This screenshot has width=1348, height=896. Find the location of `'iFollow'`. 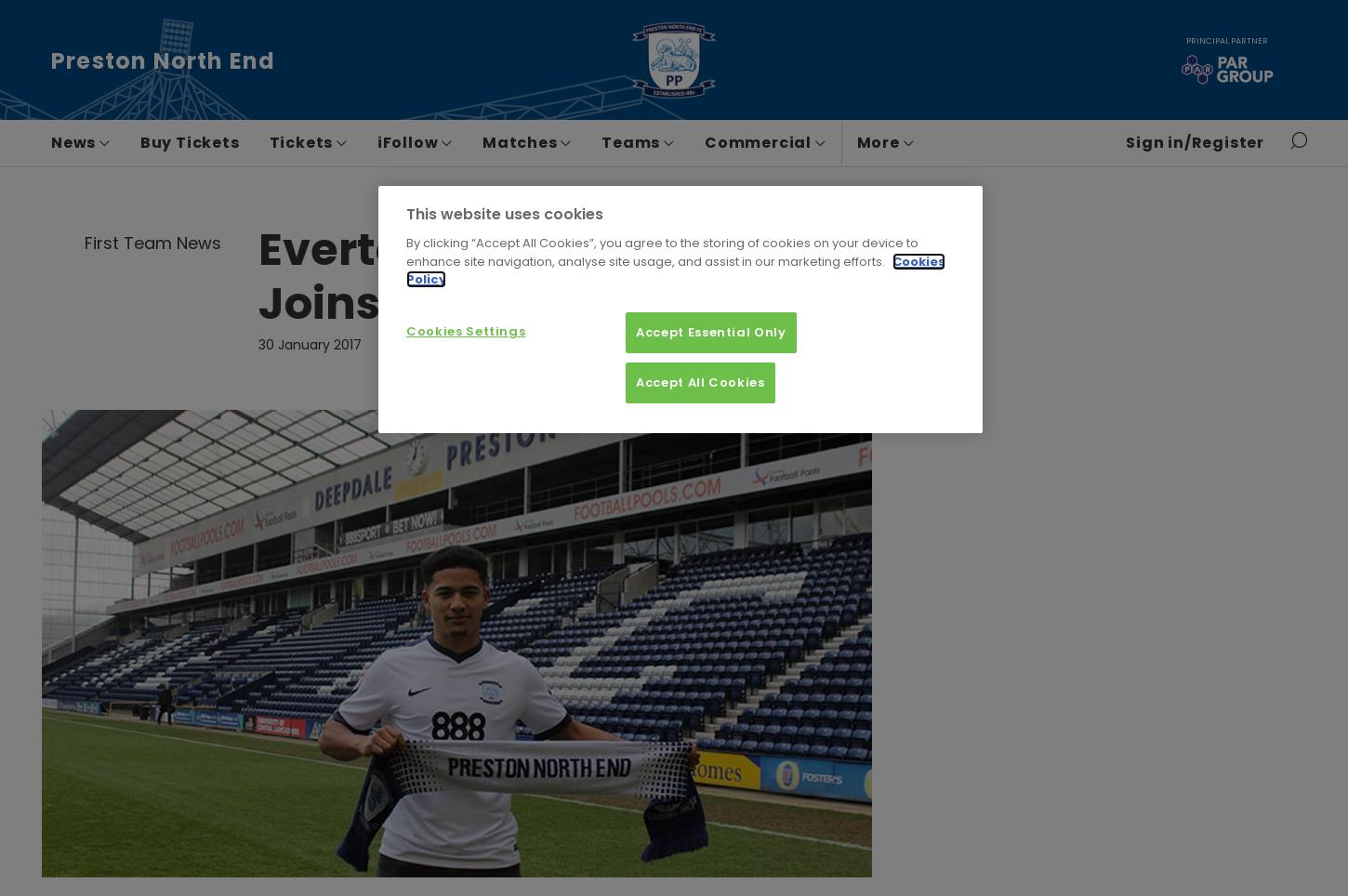

'iFollow' is located at coordinates (407, 142).